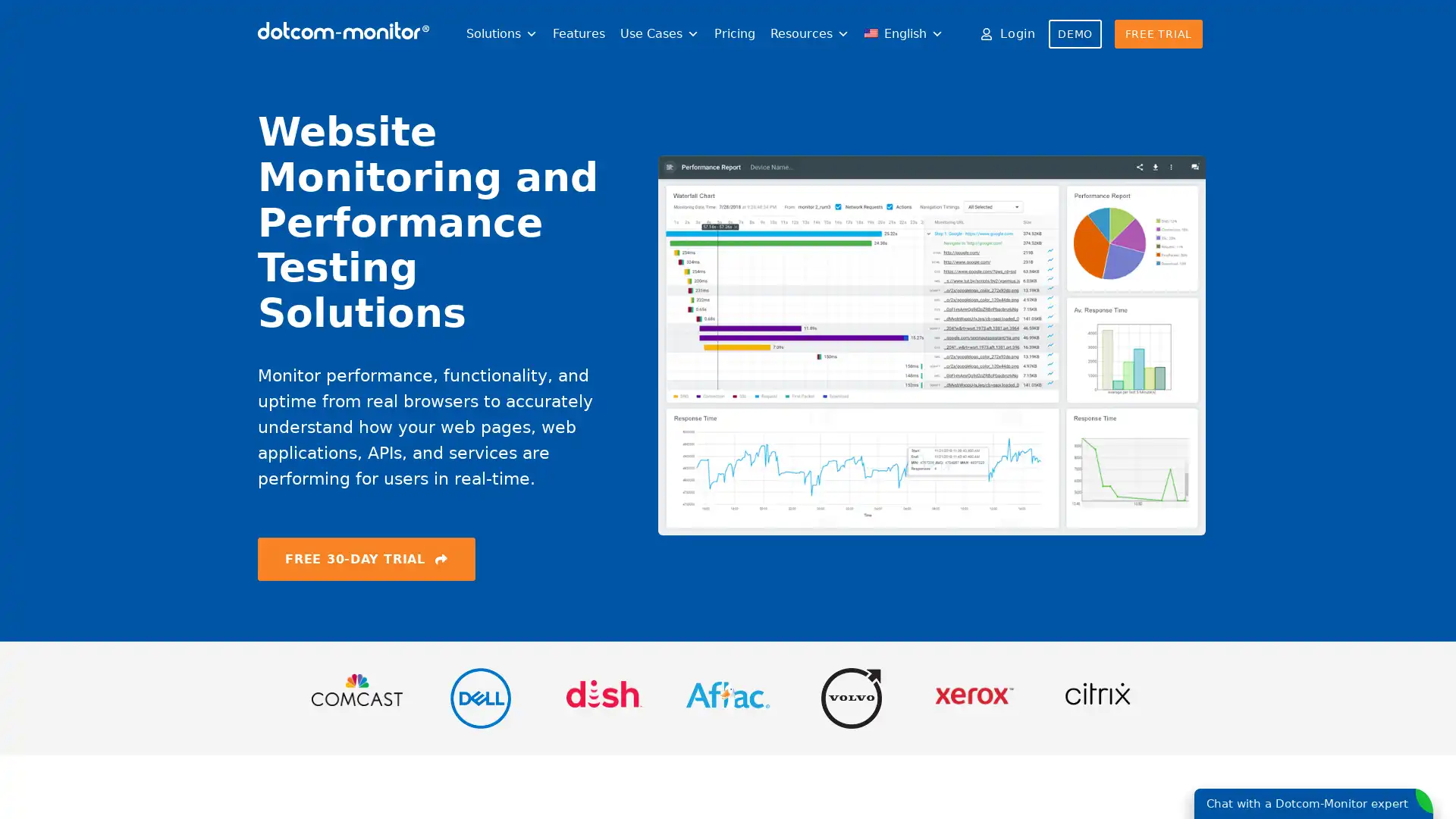  I want to click on FREE TRIAL, so click(1157, 34).